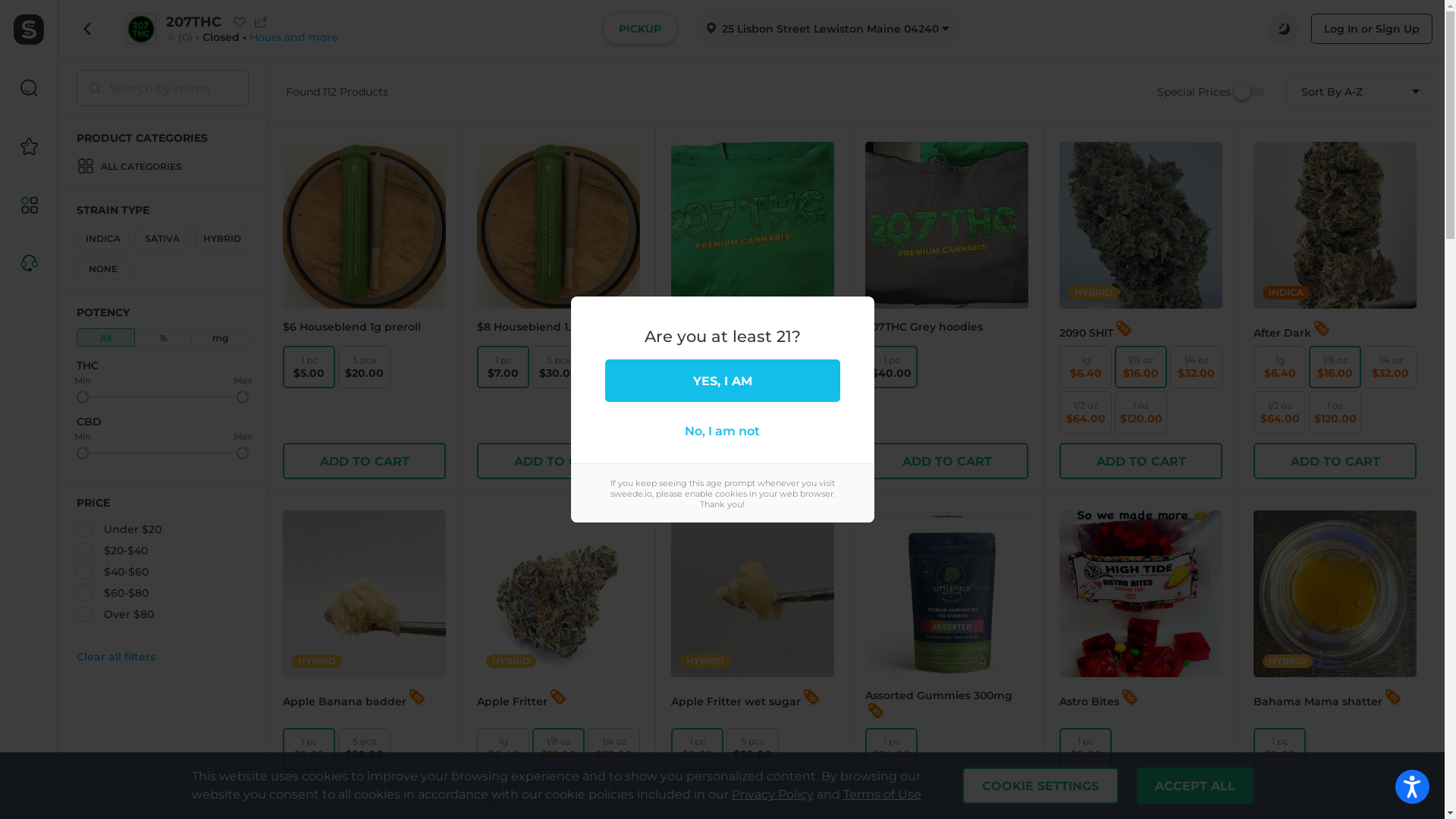 The height and width of the screenshot is (819, 1456). What do you see at coordinates (722, 379) in the screenshot?
I see `'YES, I AM'` at bounding box center [722, 379].